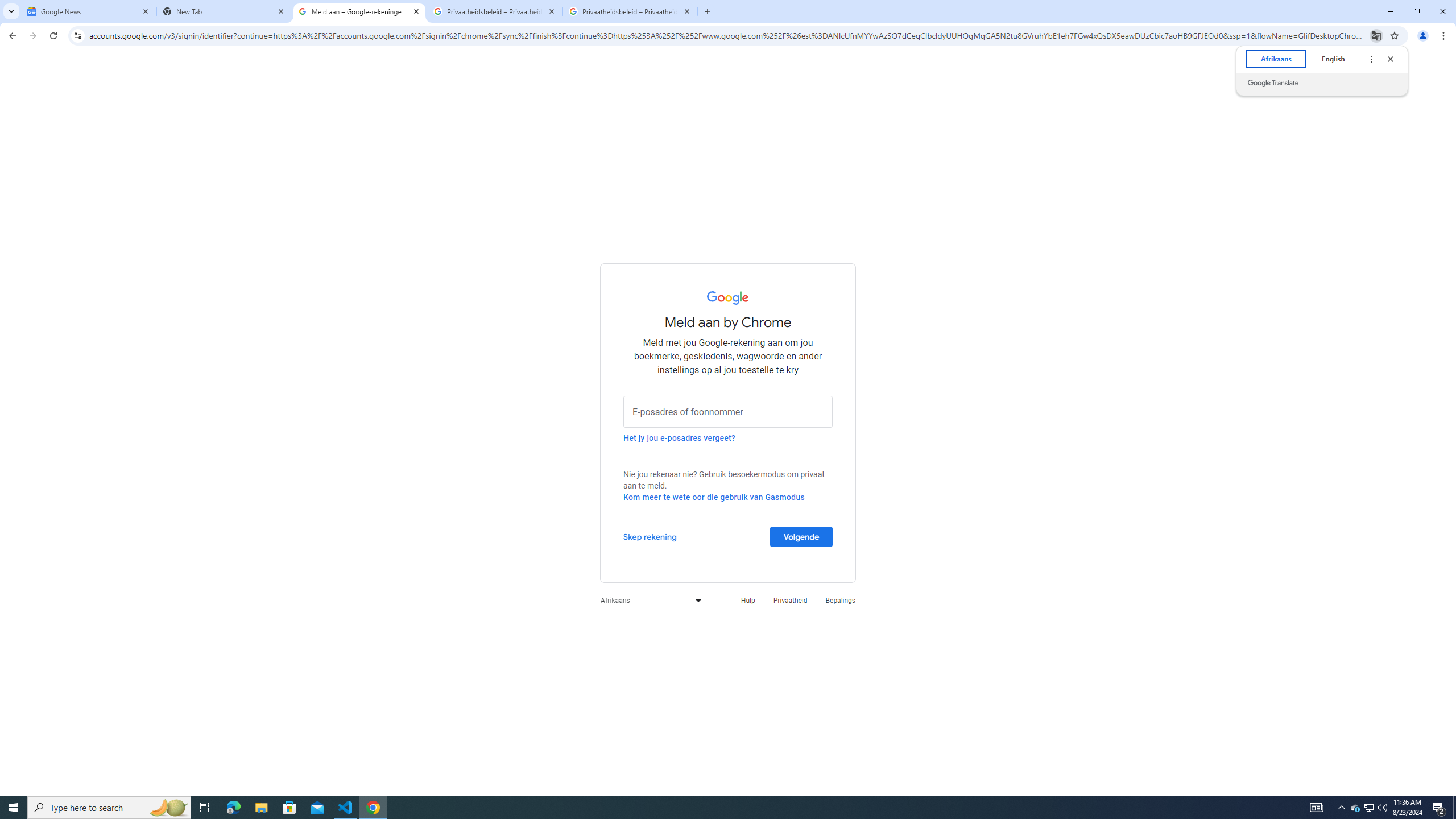  Describe the element at coordinates (1342, 806) in the screenshot. I see `'Notification Chevron'` at that location.